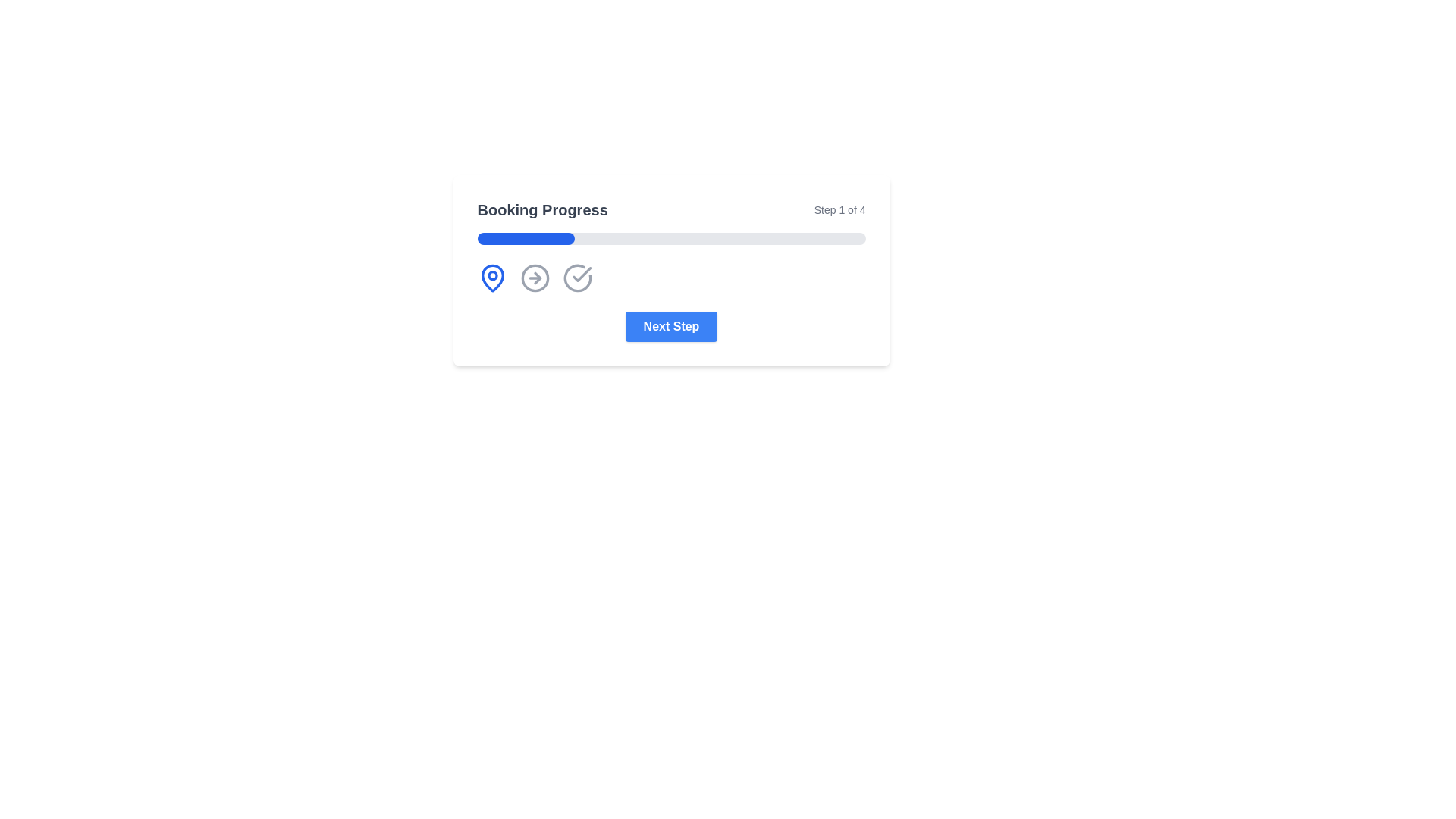  Describe the element at coordinates (526, 239) in the screenshot. I see `the Progress bar segment representing 25% completion within the 'Booking Progress' card` at that location.